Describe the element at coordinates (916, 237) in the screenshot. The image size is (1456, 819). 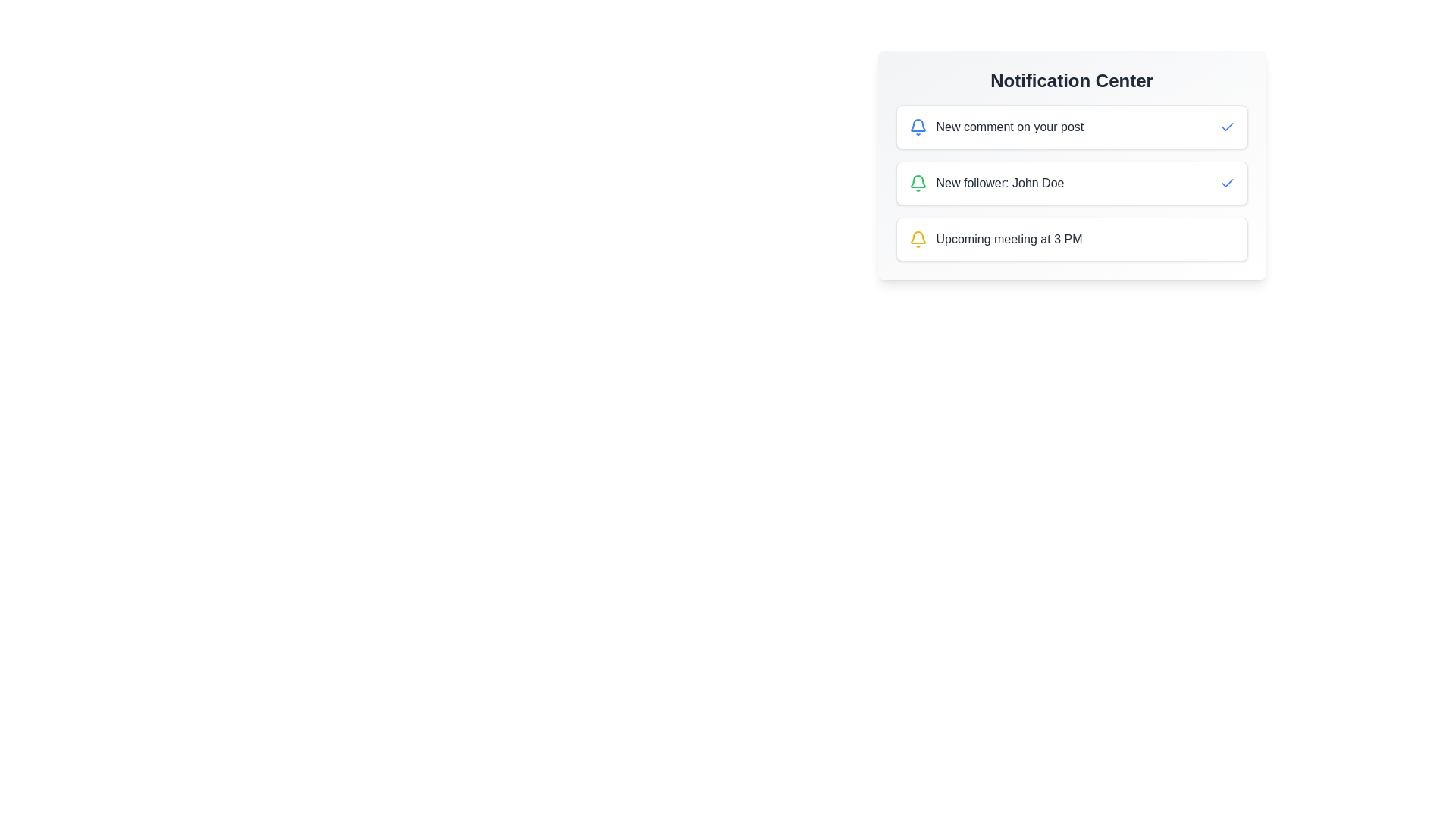
I see `the notification bell icon, which is a yellow minimalist design symbolizing notifications, located in the Notification Center interface` at that location.